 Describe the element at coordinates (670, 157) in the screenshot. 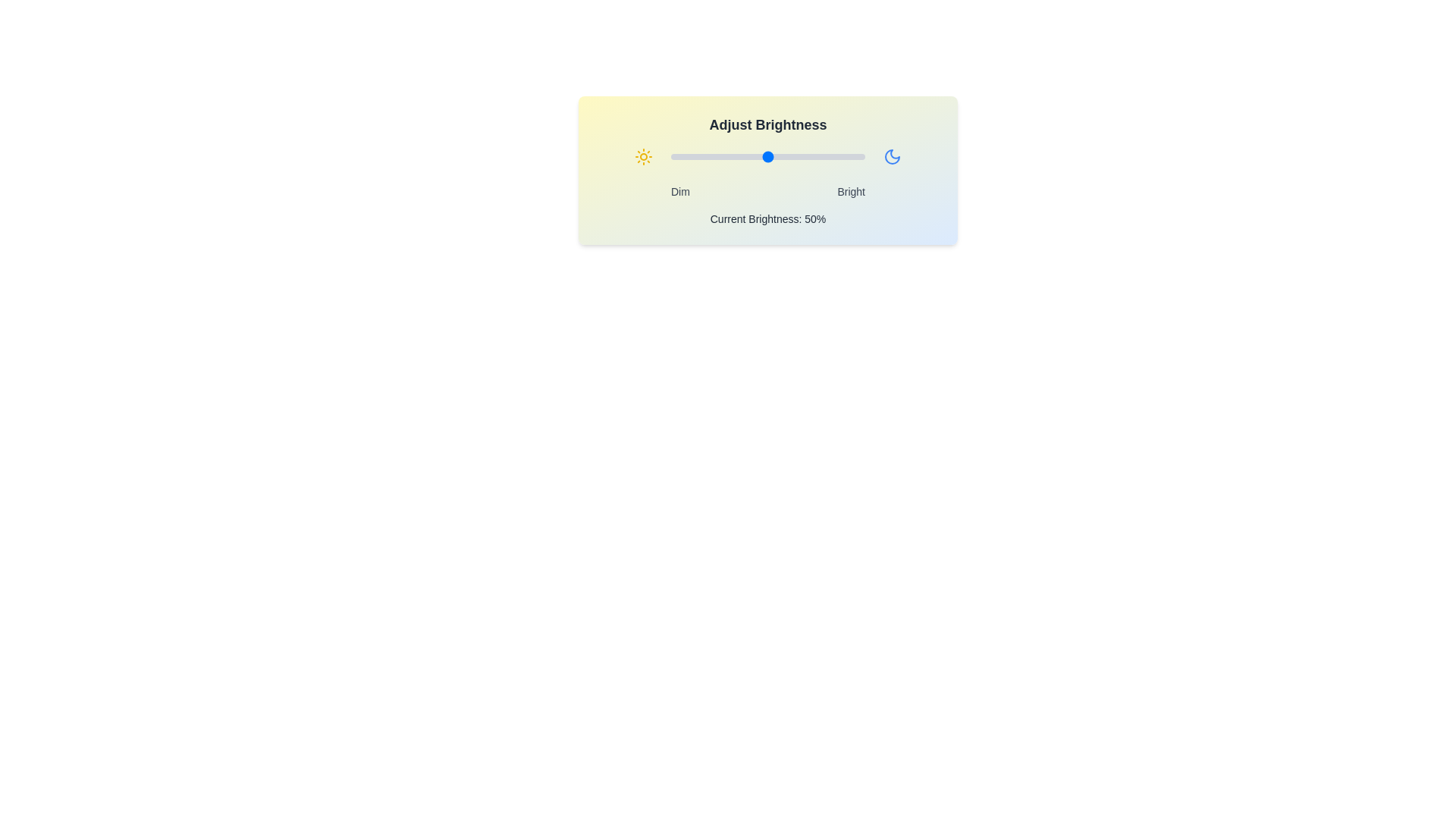

I see `the brightness to 0% by interacting with the slider` at that location.